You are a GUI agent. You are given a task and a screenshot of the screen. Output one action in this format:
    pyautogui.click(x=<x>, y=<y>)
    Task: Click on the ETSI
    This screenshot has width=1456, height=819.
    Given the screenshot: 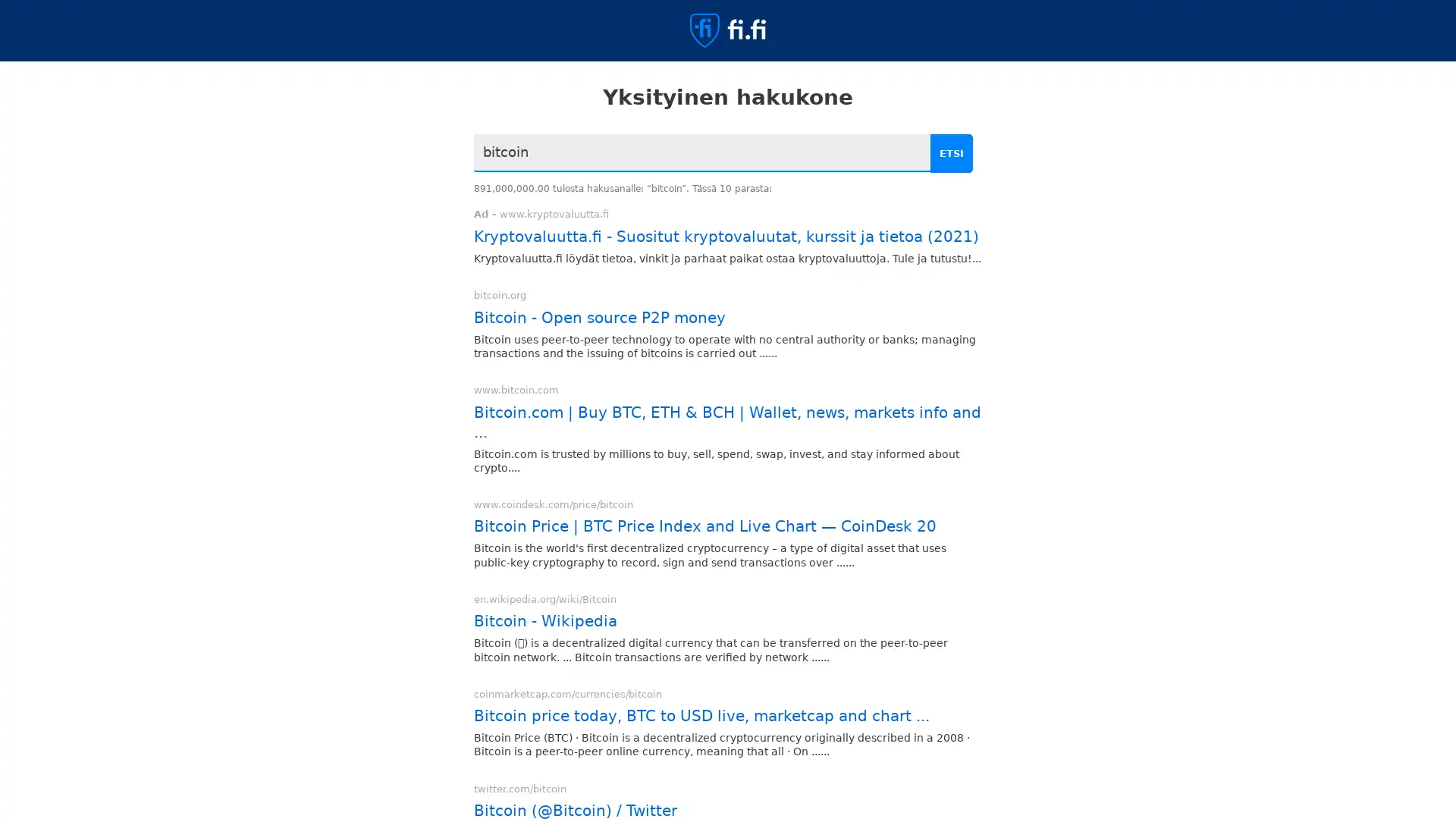 What is the action you would take?
    pyautogui.click(x=953, y=153)
    